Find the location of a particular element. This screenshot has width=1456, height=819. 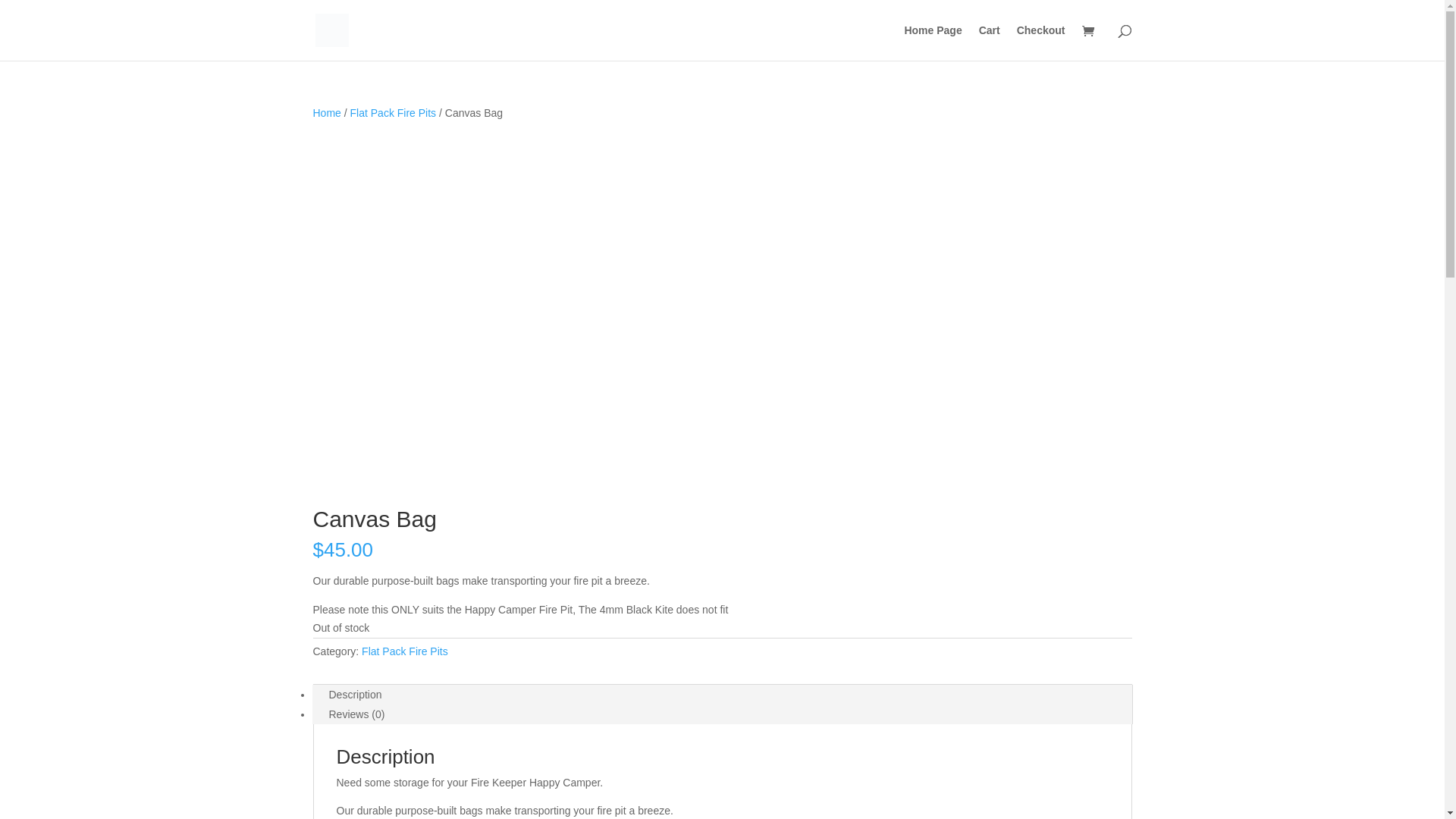

'Checkout' is located at coordinates (1040, 42).